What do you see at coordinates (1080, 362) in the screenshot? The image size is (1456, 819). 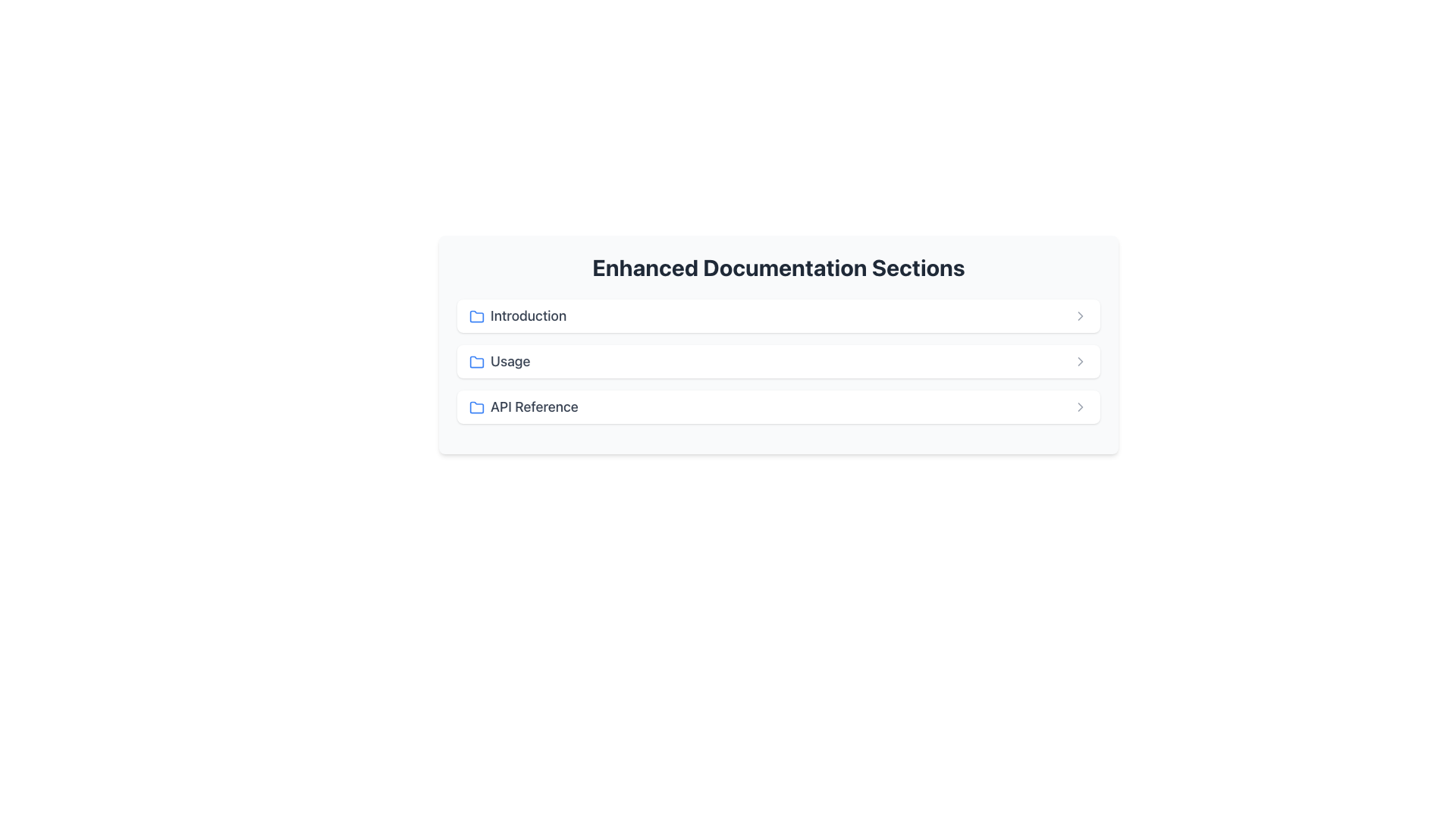 I see `the right-pointing chevron icon located at the far right of the 'API Reference' row in the navigation list` at bounding box center [1080, 362].